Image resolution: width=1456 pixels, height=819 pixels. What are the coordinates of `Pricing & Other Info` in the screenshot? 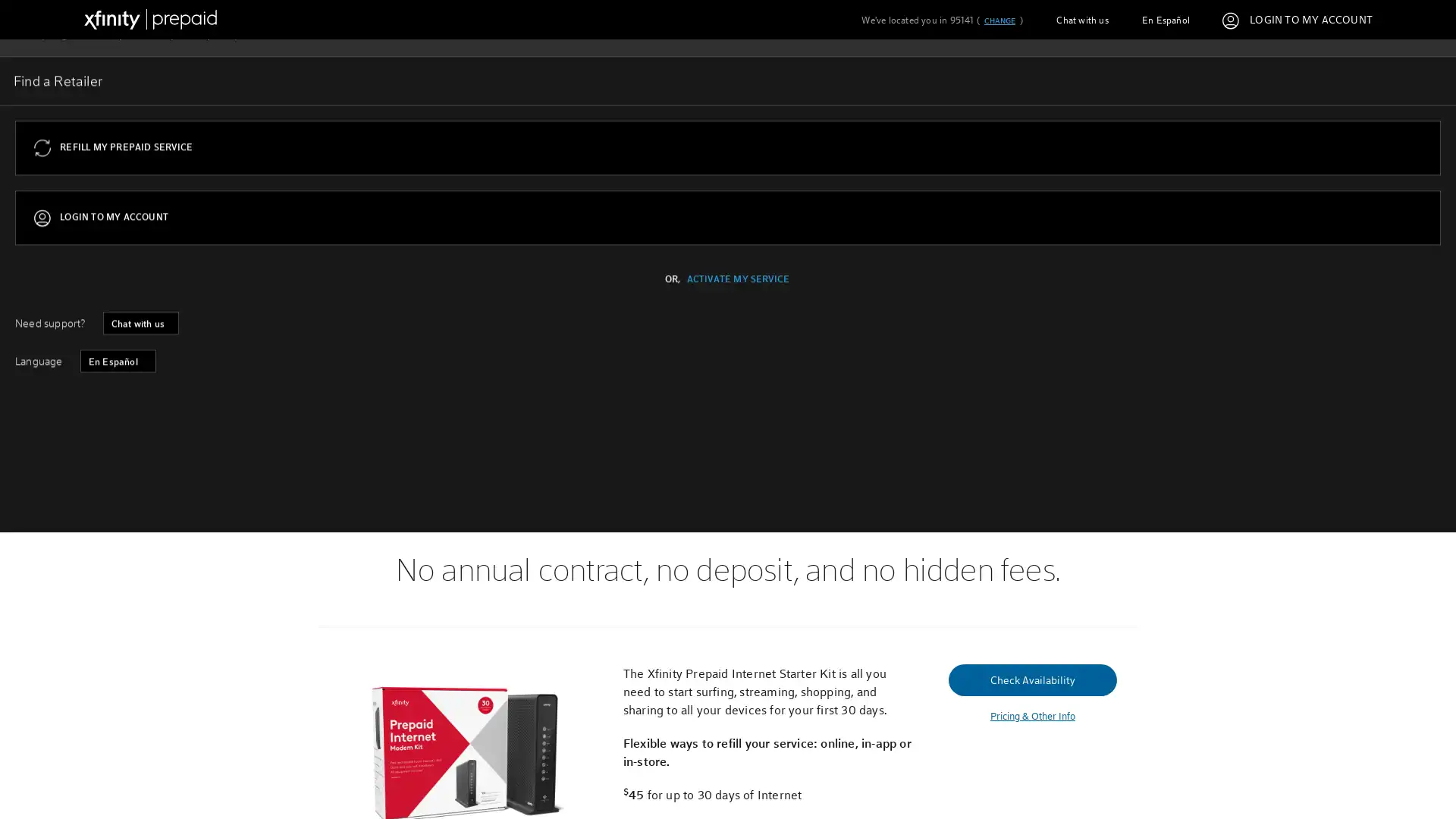 It's located at (403, 389).